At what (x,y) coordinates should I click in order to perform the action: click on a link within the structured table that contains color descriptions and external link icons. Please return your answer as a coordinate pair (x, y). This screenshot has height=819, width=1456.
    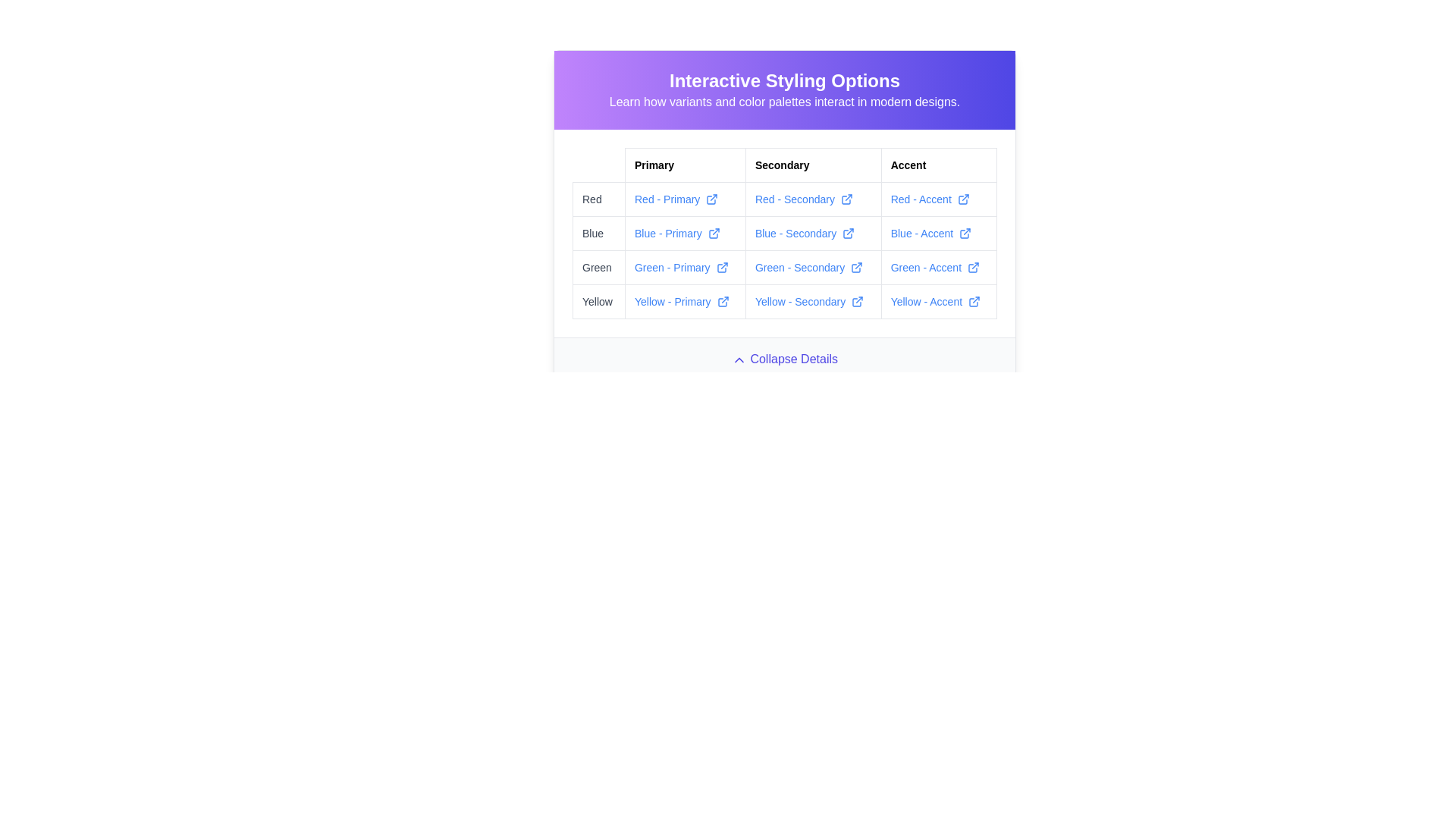
    Looking at the image, I should click on (785, 234).